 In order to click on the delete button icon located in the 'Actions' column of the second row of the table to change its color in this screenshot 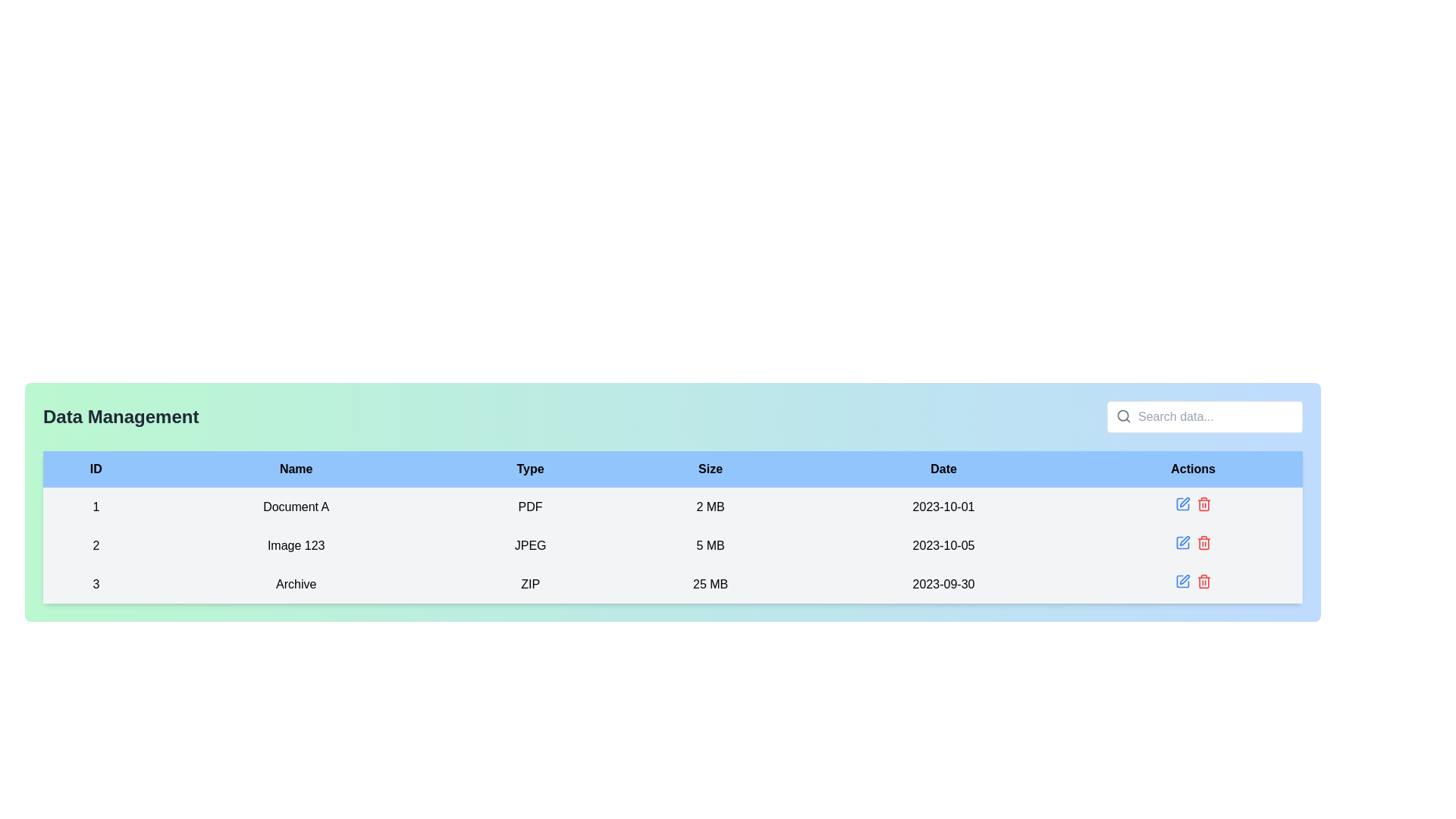, I will do `click(1203, 542)`.